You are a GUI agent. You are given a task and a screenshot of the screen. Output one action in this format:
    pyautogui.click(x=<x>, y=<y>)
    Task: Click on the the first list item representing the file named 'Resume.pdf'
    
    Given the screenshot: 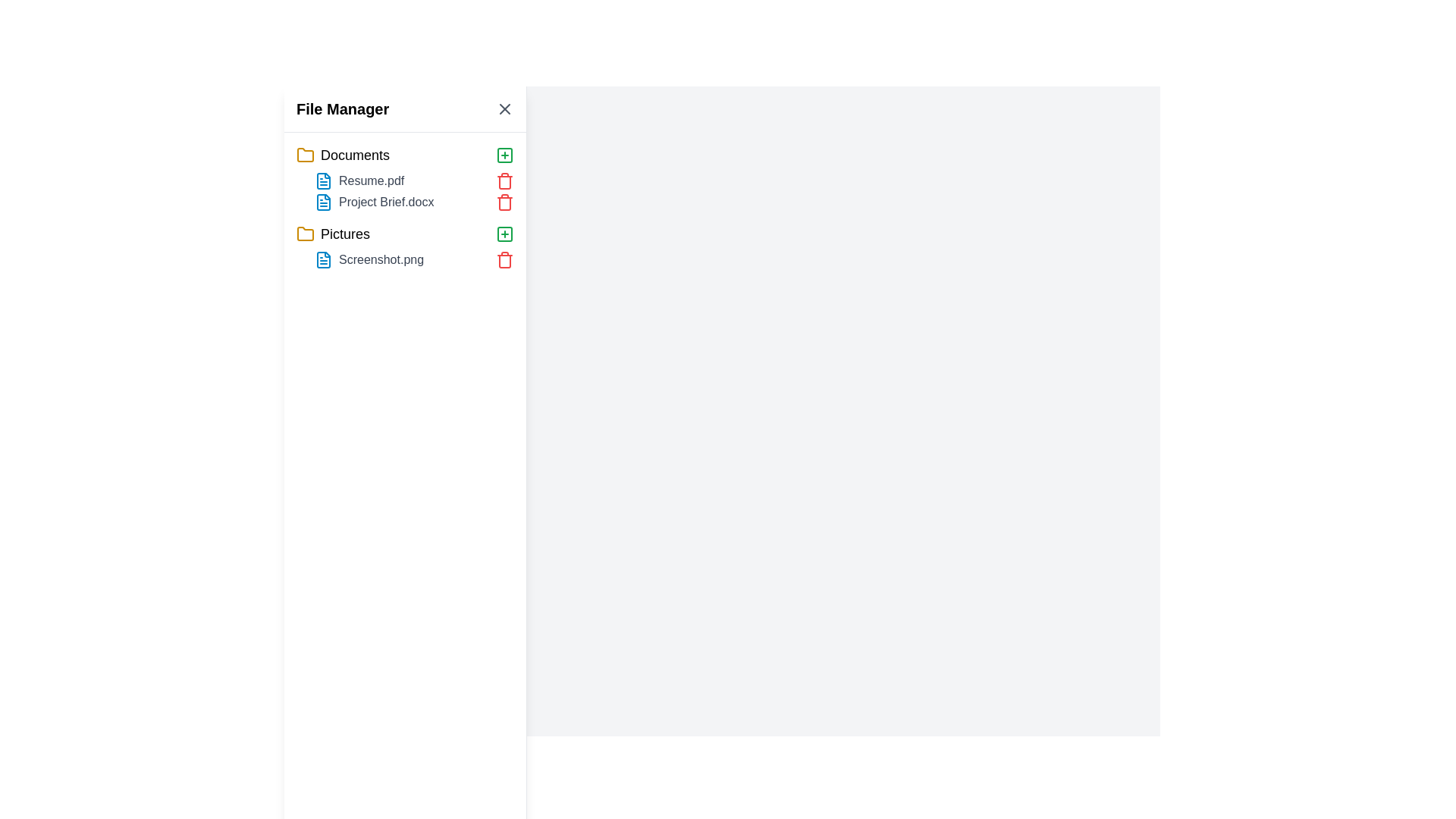 What is the action you would take?
    pyautogui.click(x=414, y=180)
    